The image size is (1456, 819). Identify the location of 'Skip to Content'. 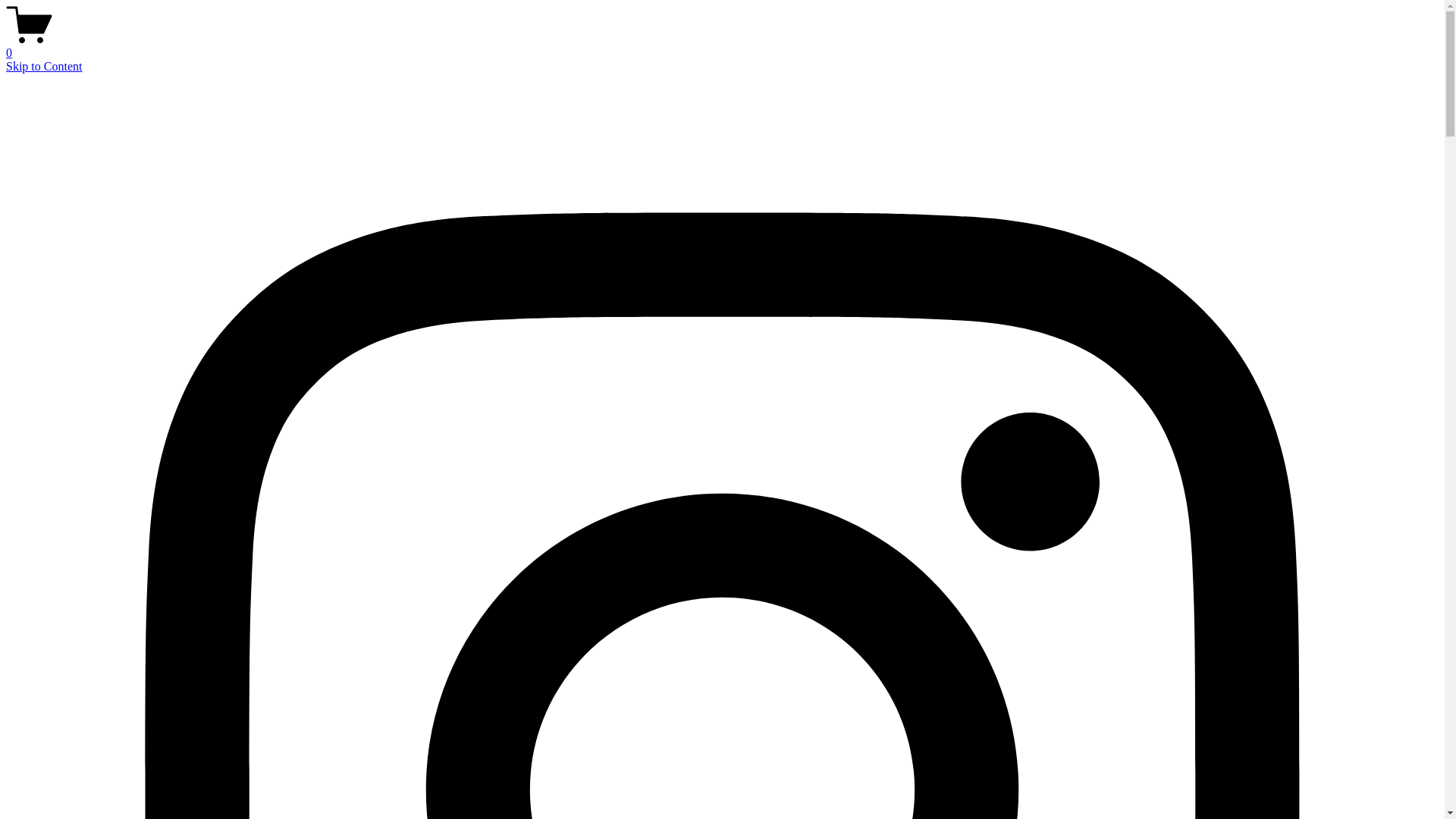
(43, 65).